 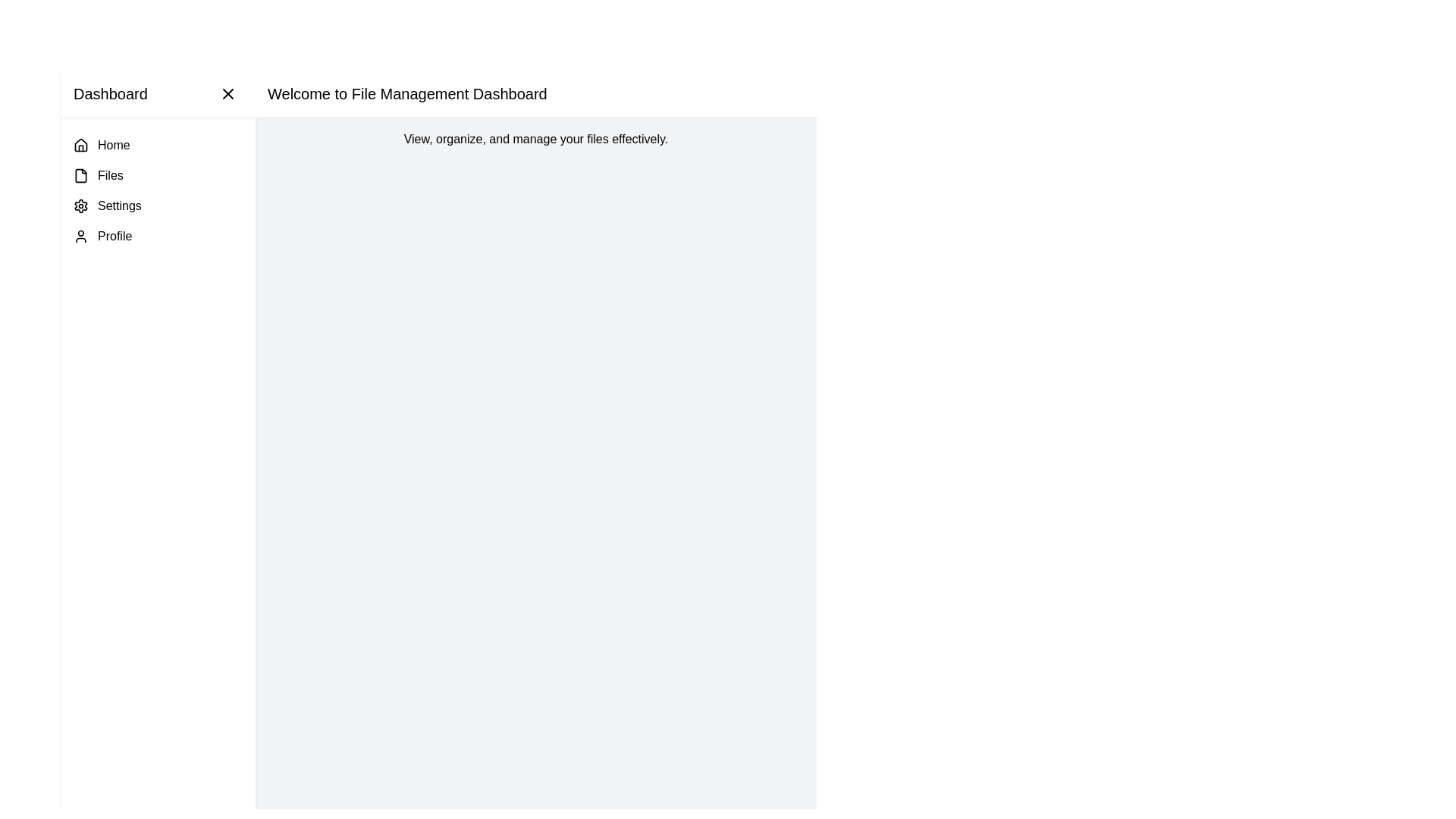 I want to click on the 'Files' button in the vertical Navigation Menu located in the left sidebar below the 'Dashboard' title, so click(x=158, y=190).